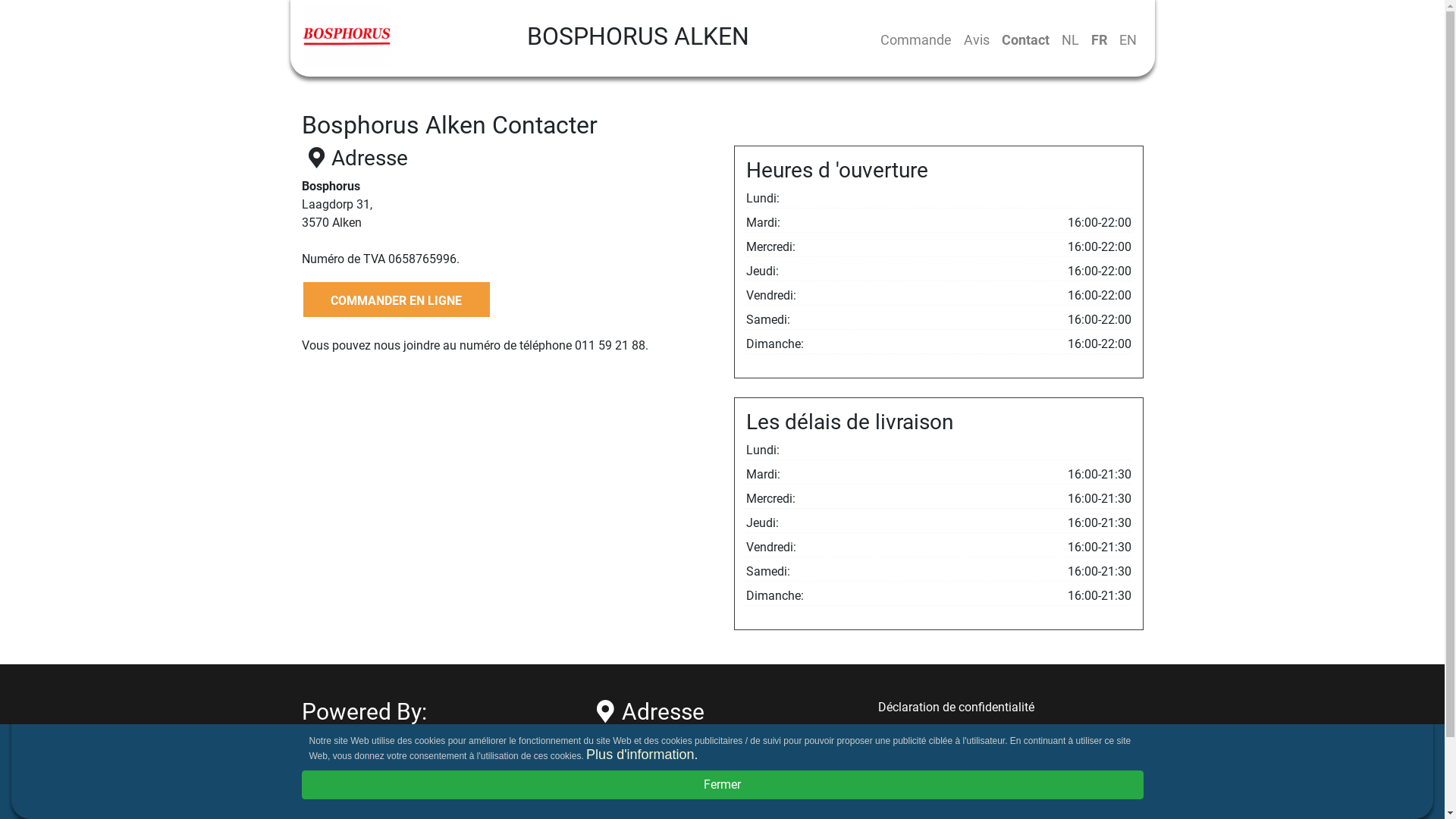 The height and width of the screenshot is (819, 1456). I want to click on 'Contact', so click(1025, 39).